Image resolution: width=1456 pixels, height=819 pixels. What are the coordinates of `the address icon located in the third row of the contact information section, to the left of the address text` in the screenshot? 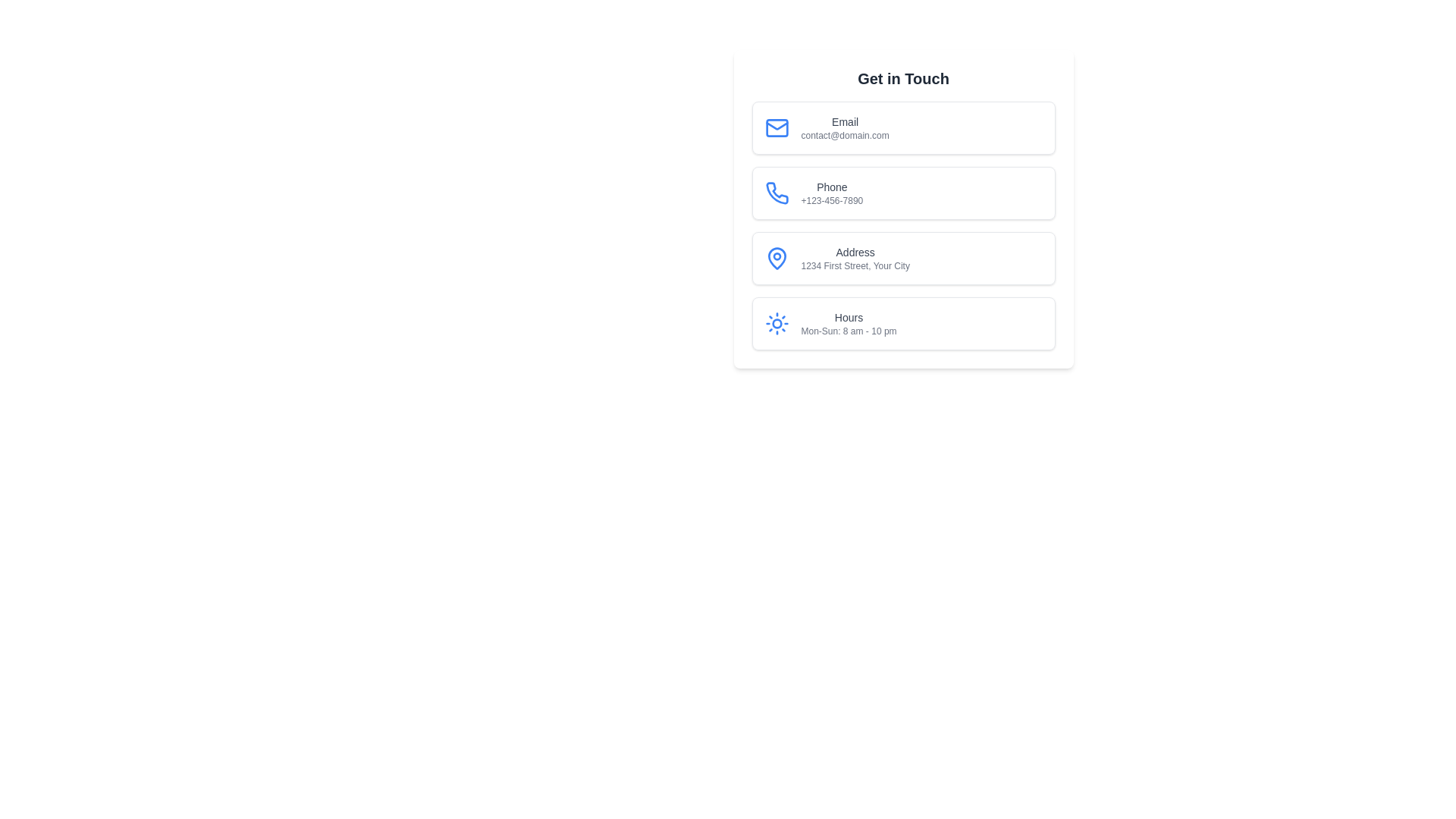 It's located at (777, 257).